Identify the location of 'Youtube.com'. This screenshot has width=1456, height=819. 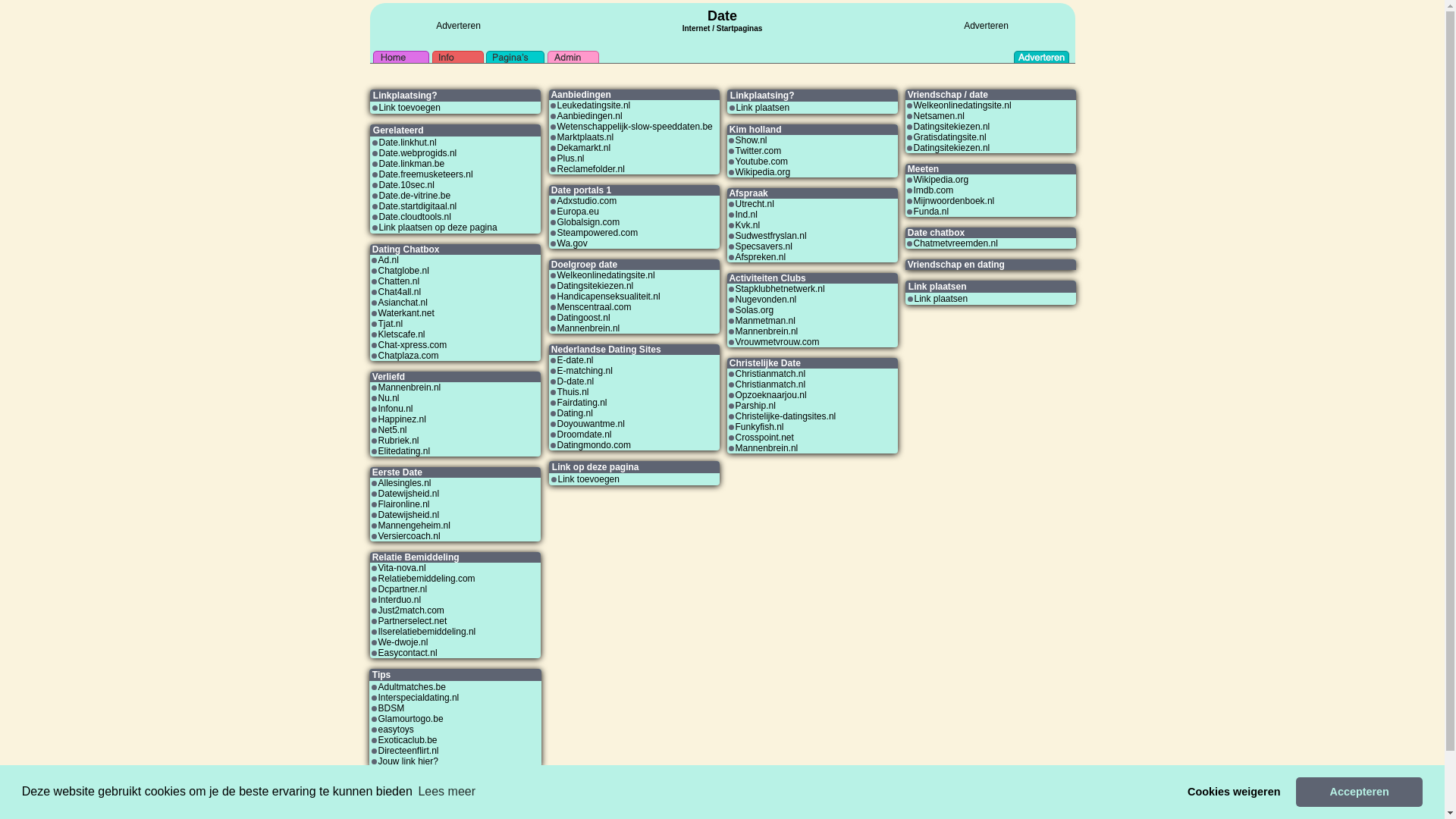
(761, 161).